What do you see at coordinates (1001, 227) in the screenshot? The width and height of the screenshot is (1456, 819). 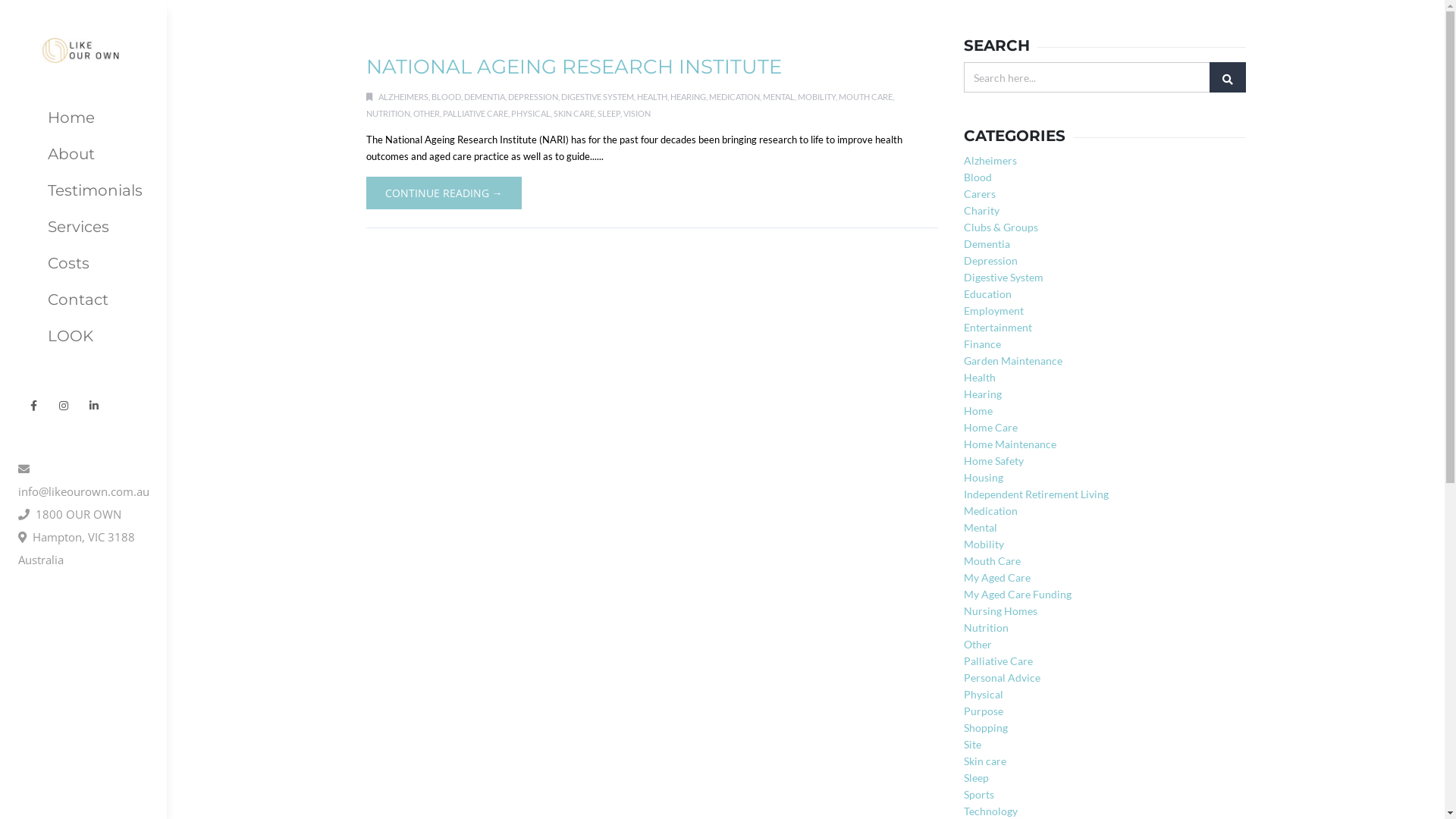 I see `'Clubs & Groups'` at bounding box center [1001, 227].